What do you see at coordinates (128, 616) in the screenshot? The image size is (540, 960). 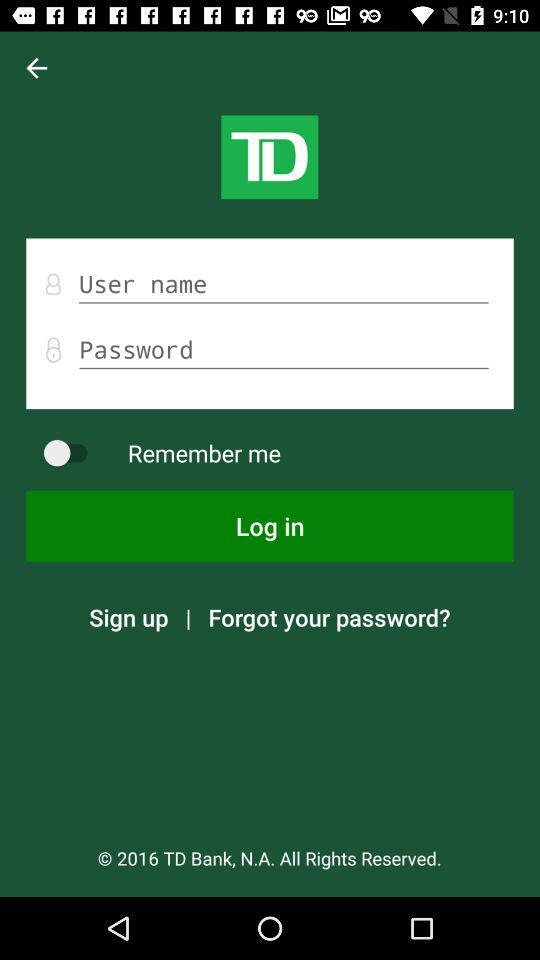 I see `the icon next to | icon` at bounding box center [128, 616].